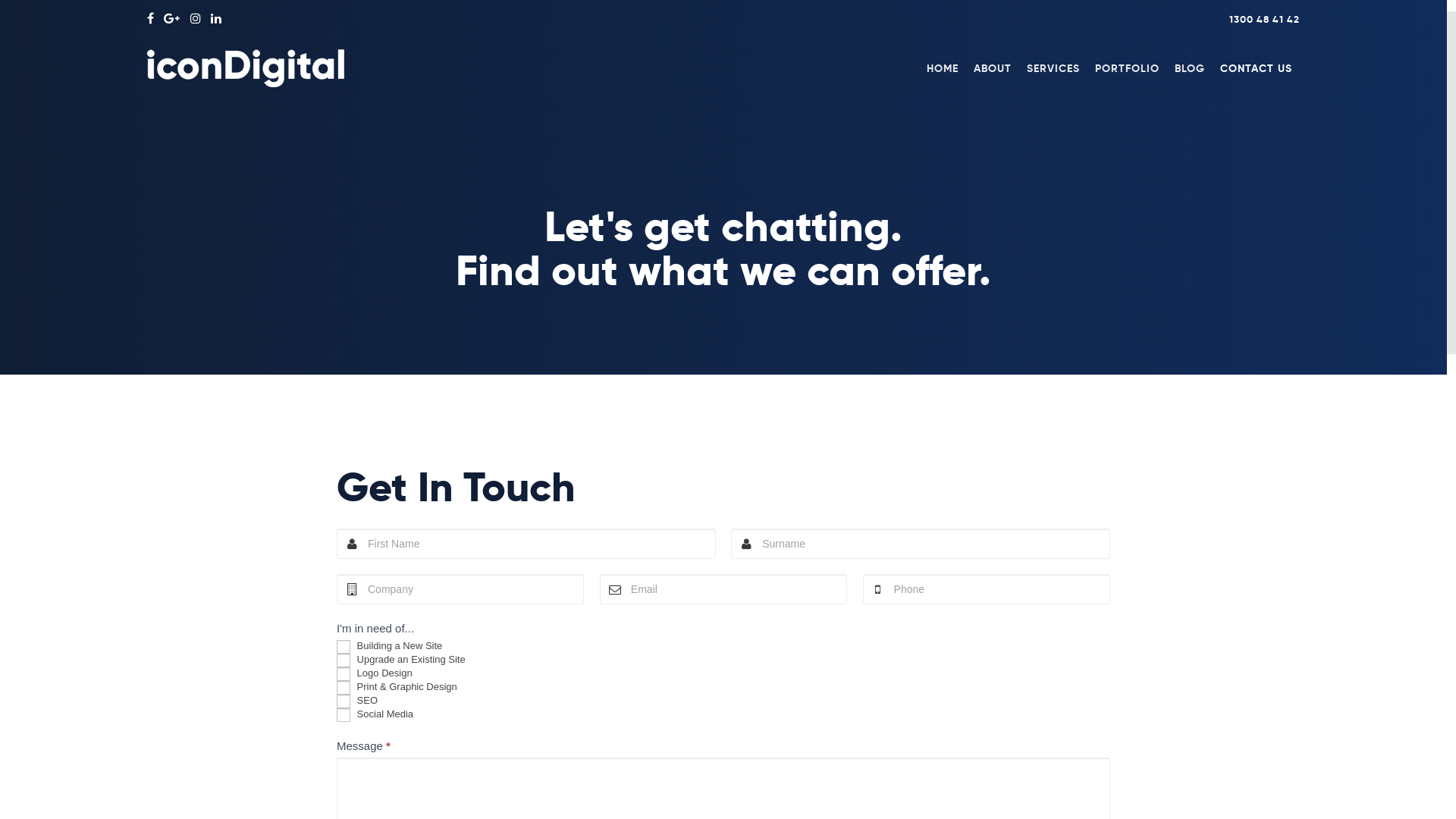  What do you see at coordinates (1052, 67) in the screenshot?
I see `'SERVICES'` at bounding box center [1052, 67].